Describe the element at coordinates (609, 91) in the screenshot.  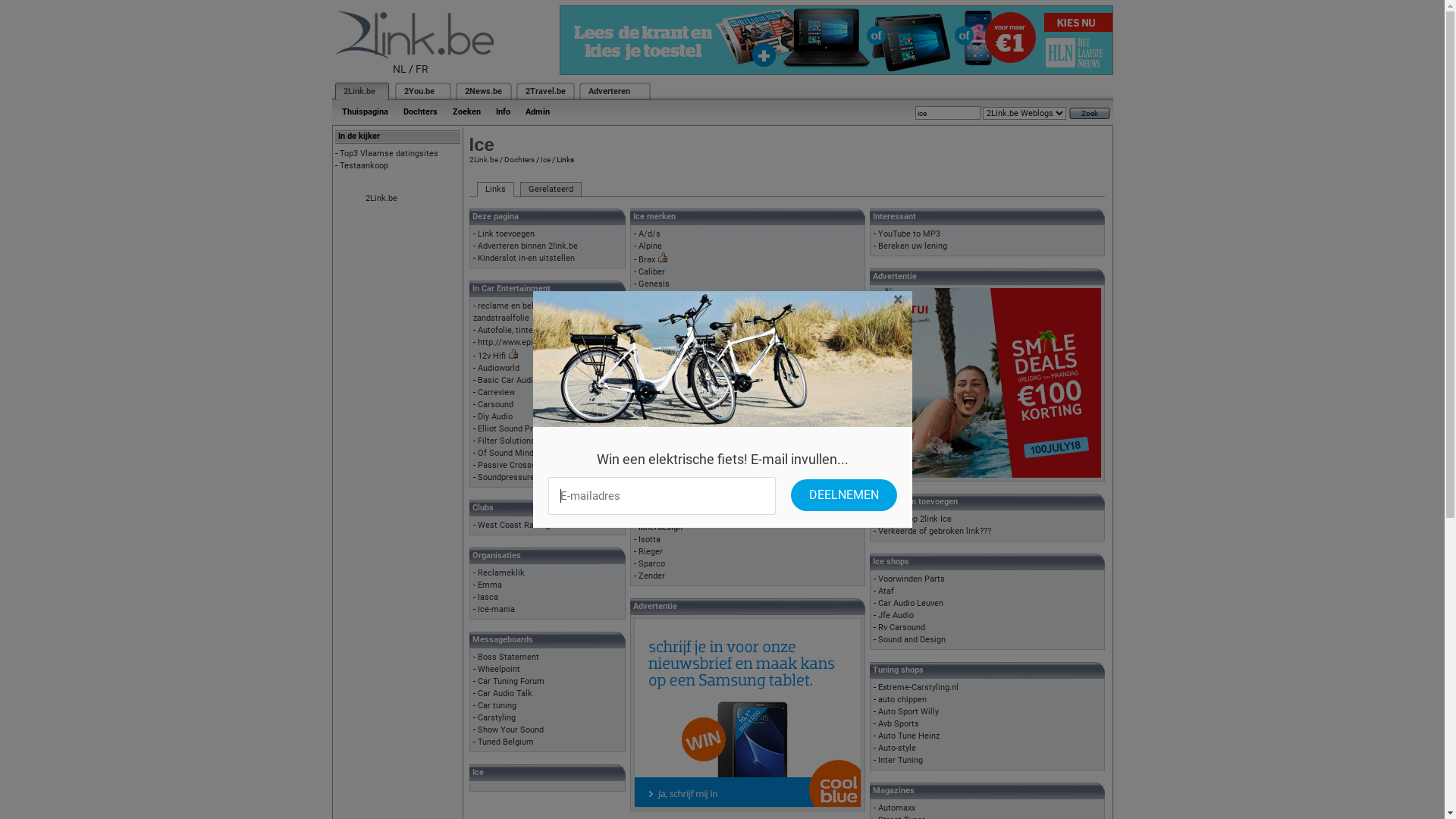
I see `'Adverteren'` at that location.